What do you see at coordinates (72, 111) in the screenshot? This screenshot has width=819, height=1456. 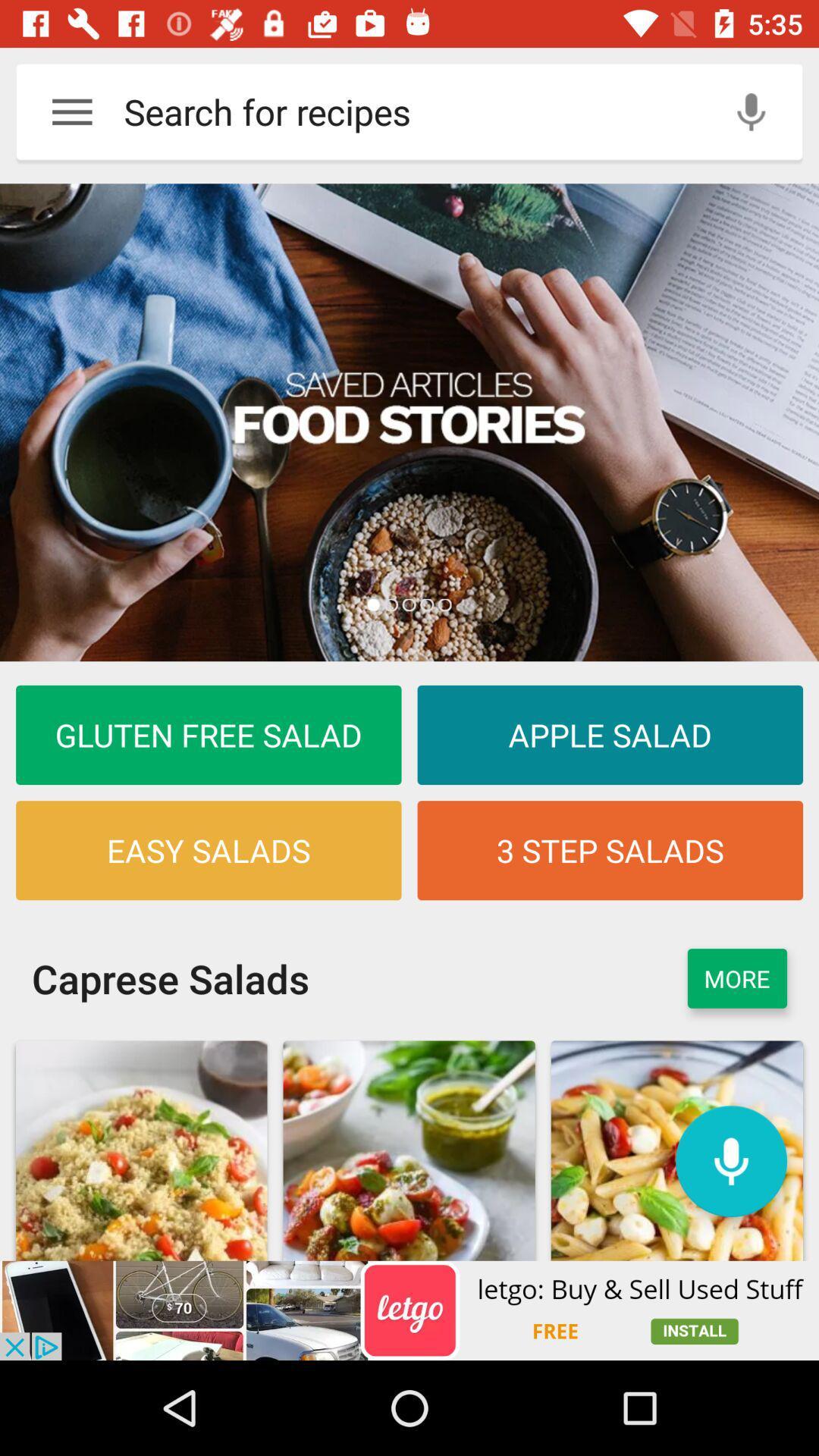 I see `the menu bar which is at first top left side of the page` at bounding box center [72, 111].